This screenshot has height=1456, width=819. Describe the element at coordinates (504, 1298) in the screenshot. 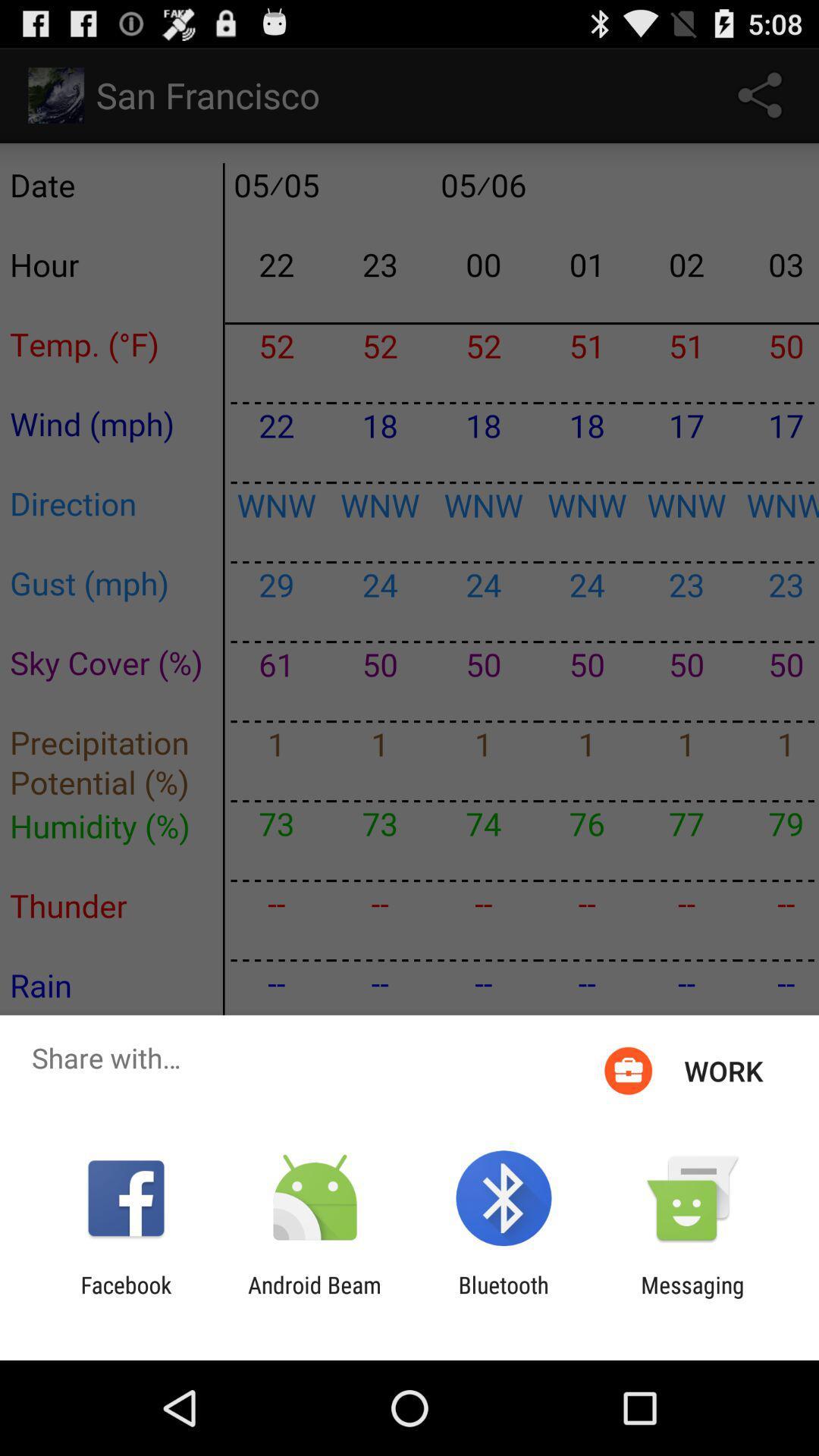

I see `bluetooth icon` at that location.